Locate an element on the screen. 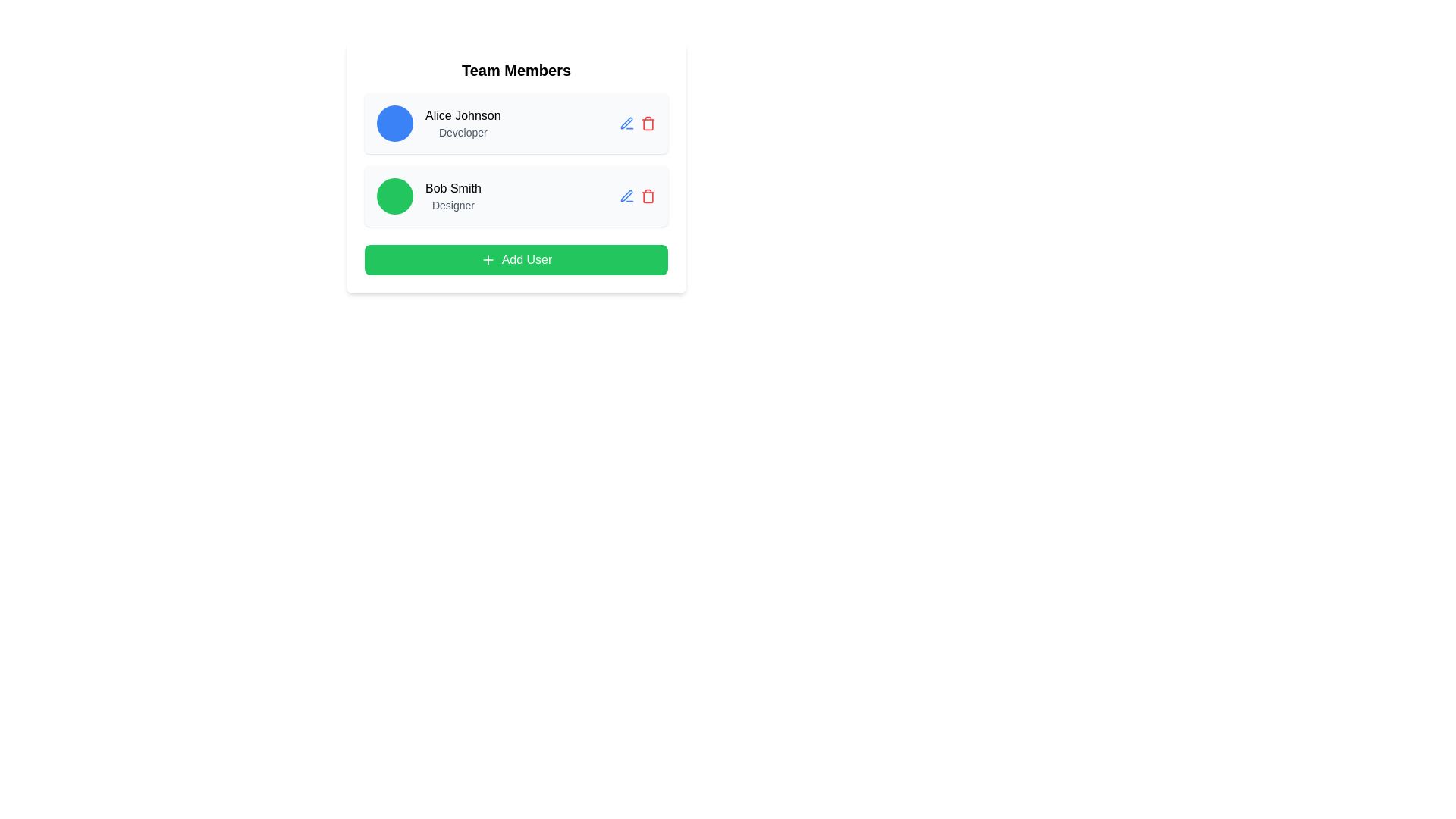 This screenshot has width=1456, height=819. the title label at the top of the card that displays team members and related actions is located at coordinates (516, 70).